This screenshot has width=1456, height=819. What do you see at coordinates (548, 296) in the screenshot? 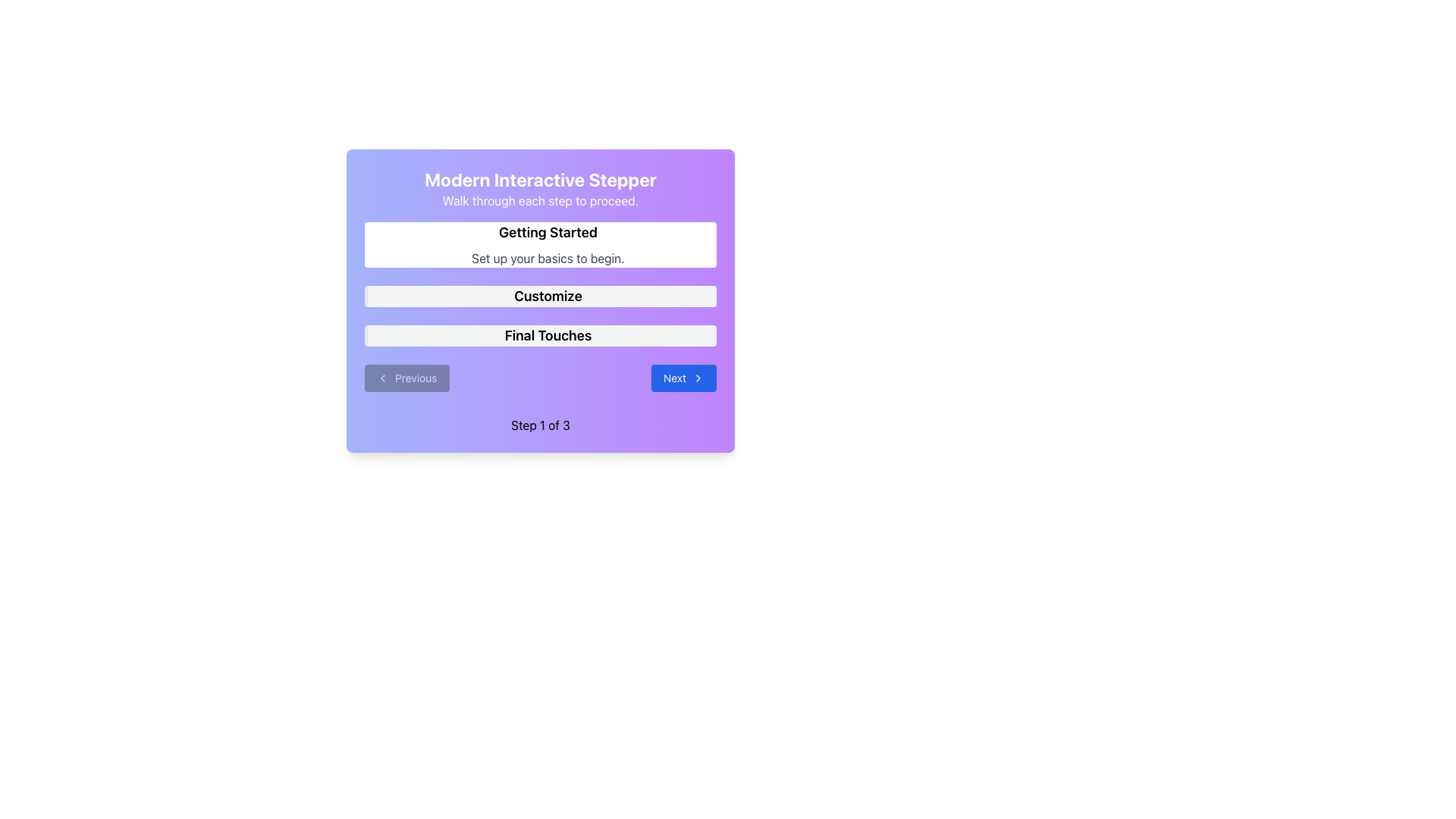
I see `the 'Customize' text label, which is a bold black font element in the stepper interface, positioned at the center of the second step` at bounding box center [548, 296].